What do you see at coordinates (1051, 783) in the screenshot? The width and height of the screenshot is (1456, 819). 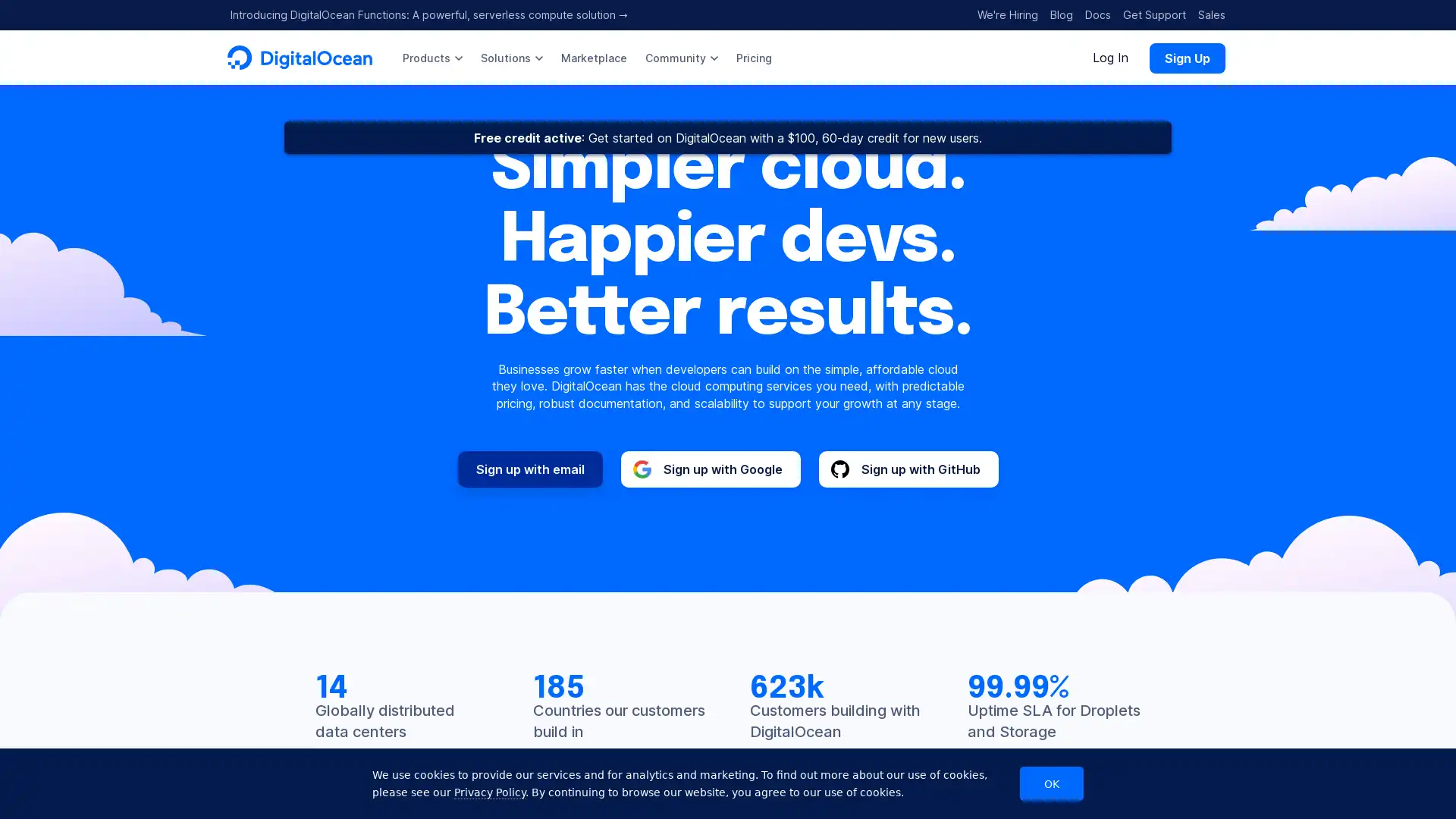 I see `OK` at bounding box center [1051, 783].